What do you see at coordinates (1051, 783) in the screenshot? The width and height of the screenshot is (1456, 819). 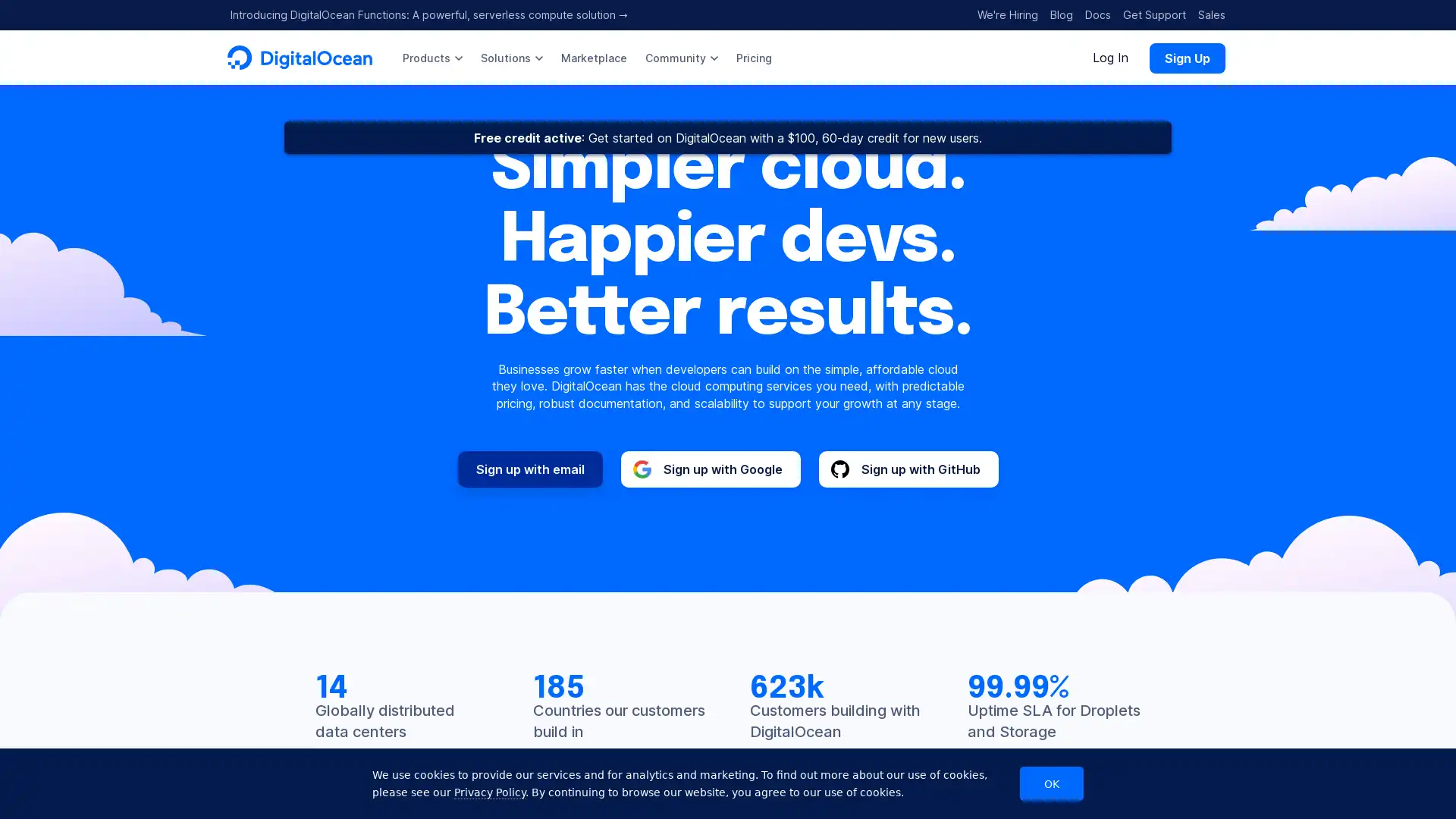 I see `OK` at bounding box center [1051, 783].